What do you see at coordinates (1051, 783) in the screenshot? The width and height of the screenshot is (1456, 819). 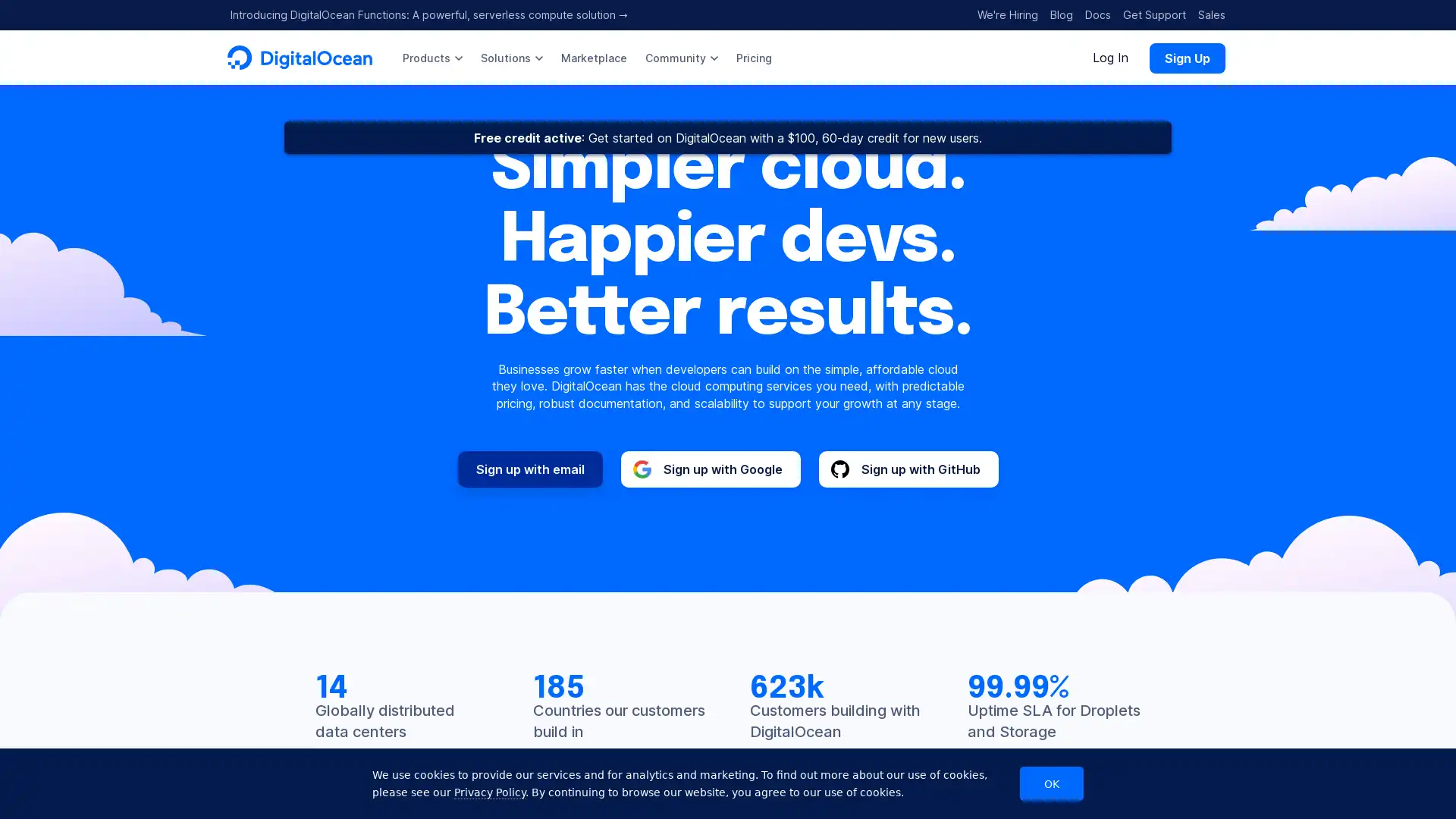 I see `OK` at bounding box center [1051, 783].